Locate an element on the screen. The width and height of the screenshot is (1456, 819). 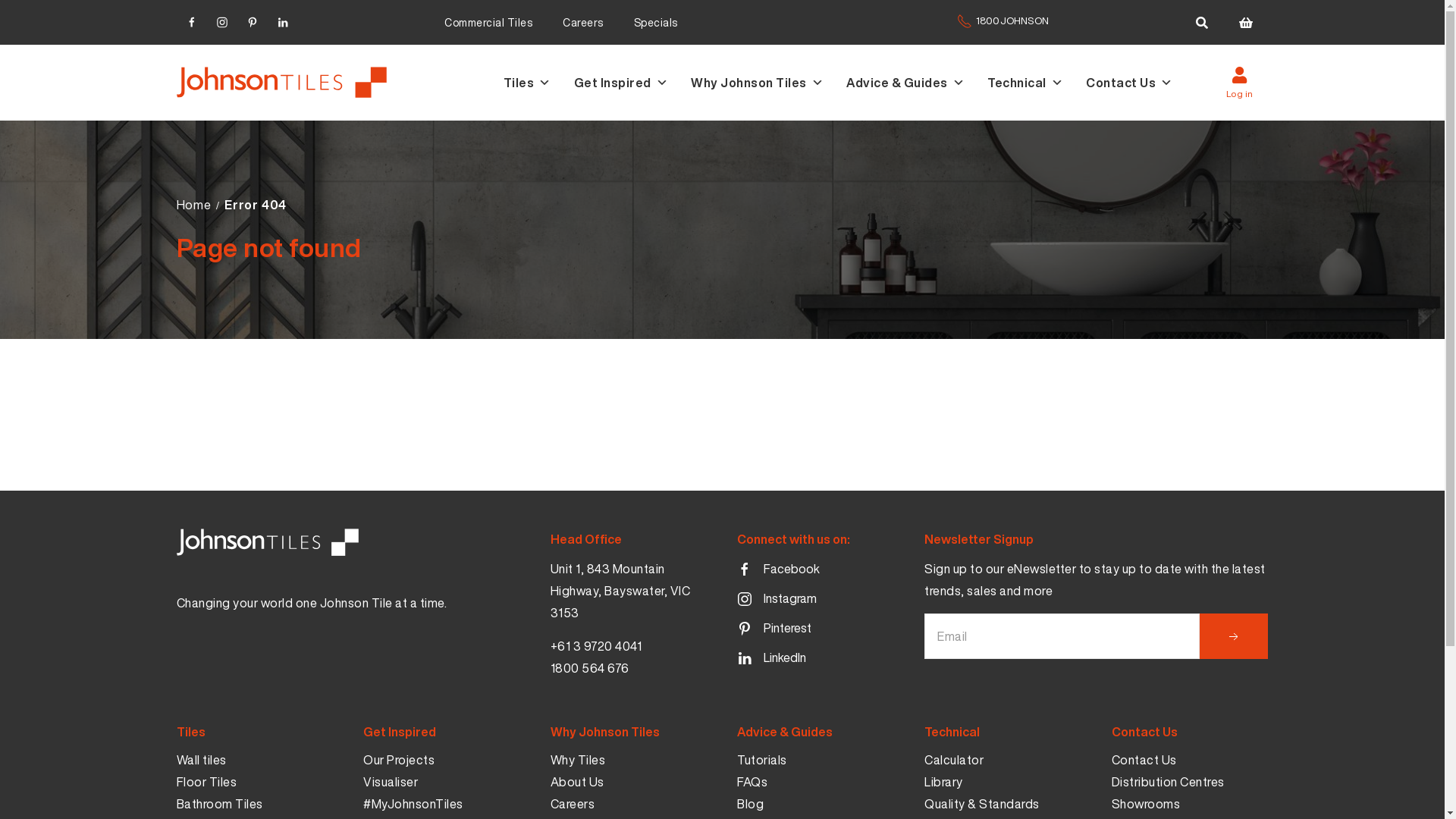
'Showrooms' is located at coordinates (1111, 803).